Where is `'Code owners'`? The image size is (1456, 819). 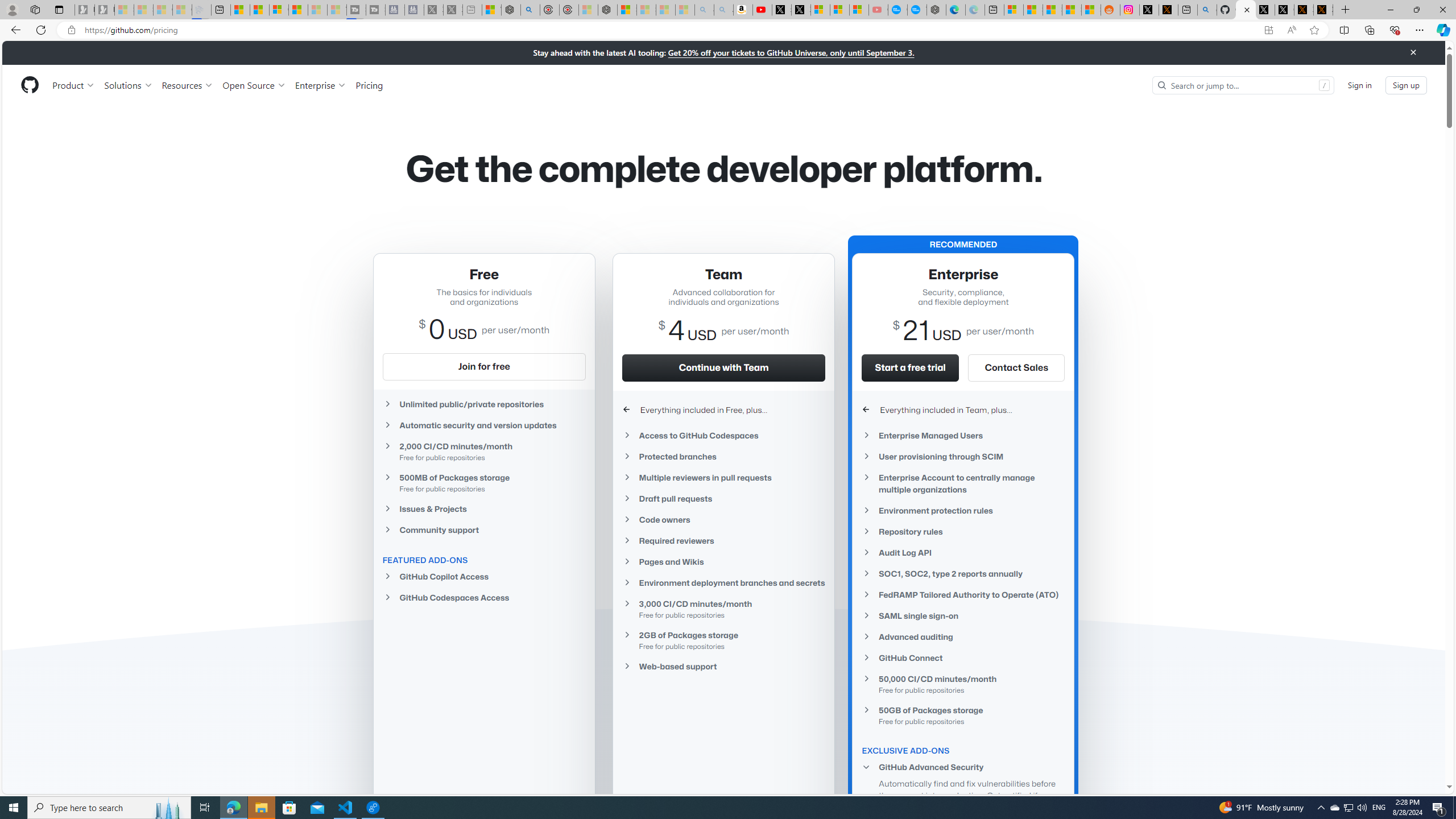 'Code owners' is located at coordinates (723, 519).